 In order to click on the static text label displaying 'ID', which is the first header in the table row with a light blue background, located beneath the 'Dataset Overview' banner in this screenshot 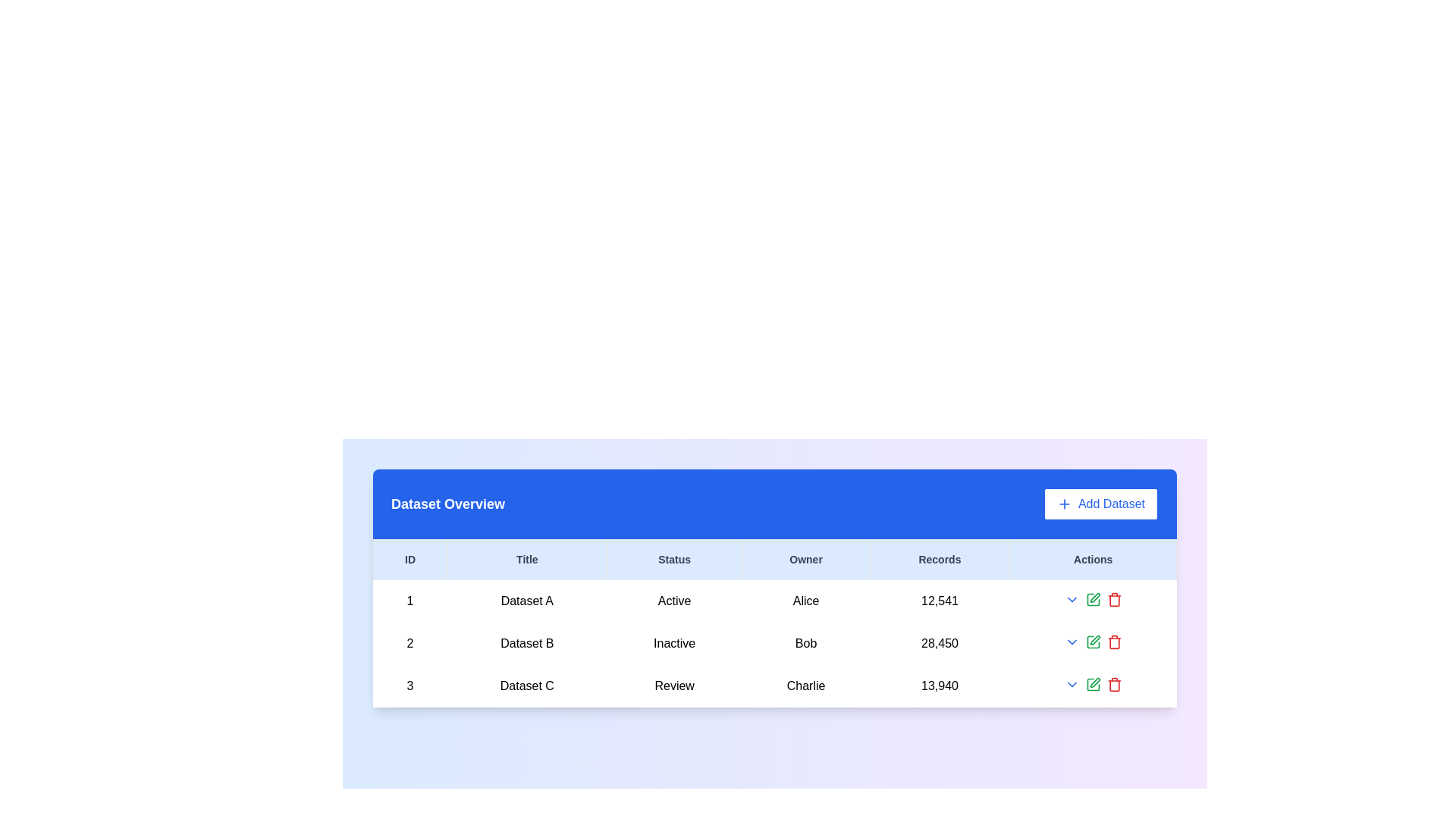, I will do `click(410, 559)`.